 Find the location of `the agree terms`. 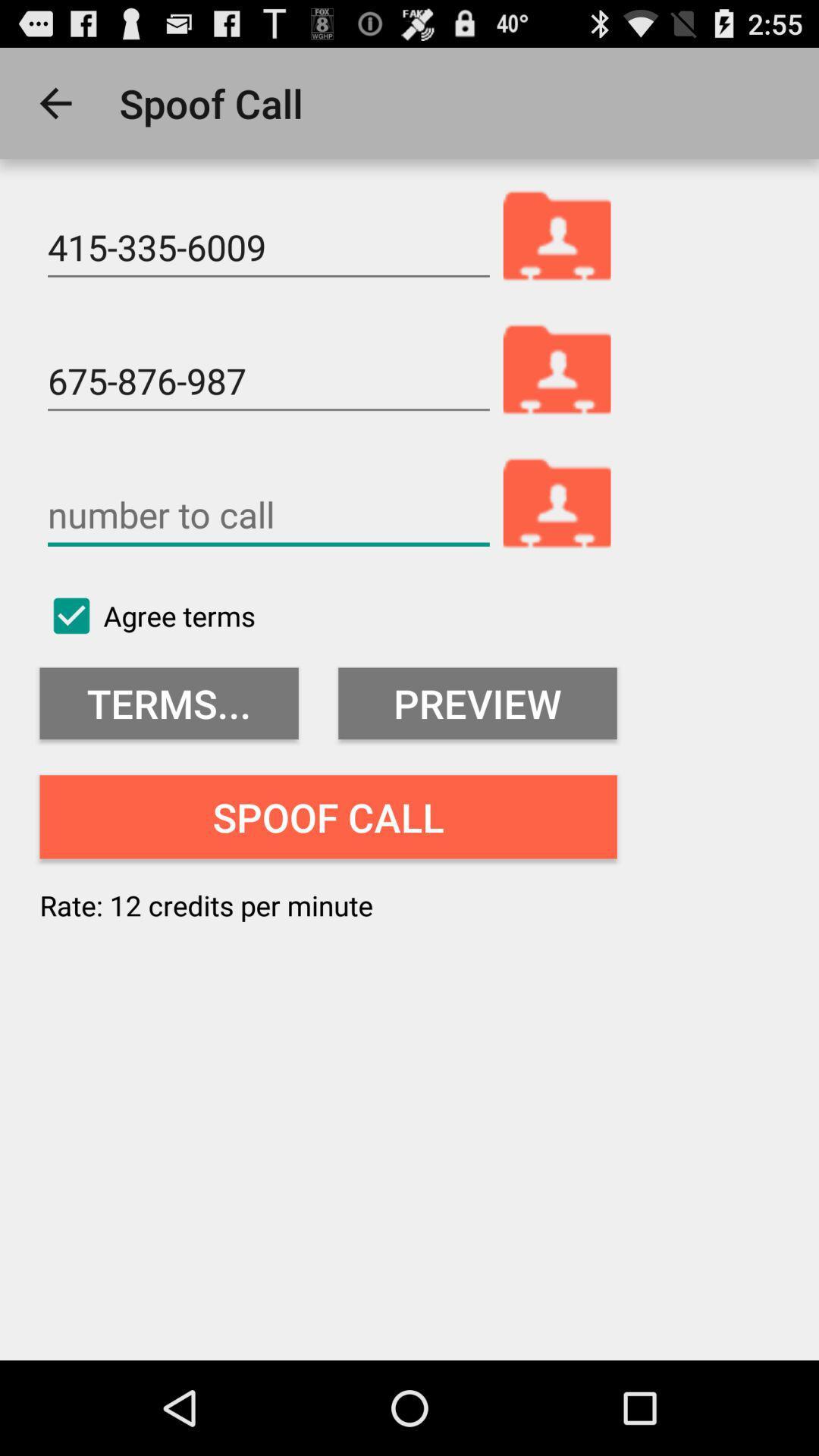

the agree terms is located at coordinates (147, 616).